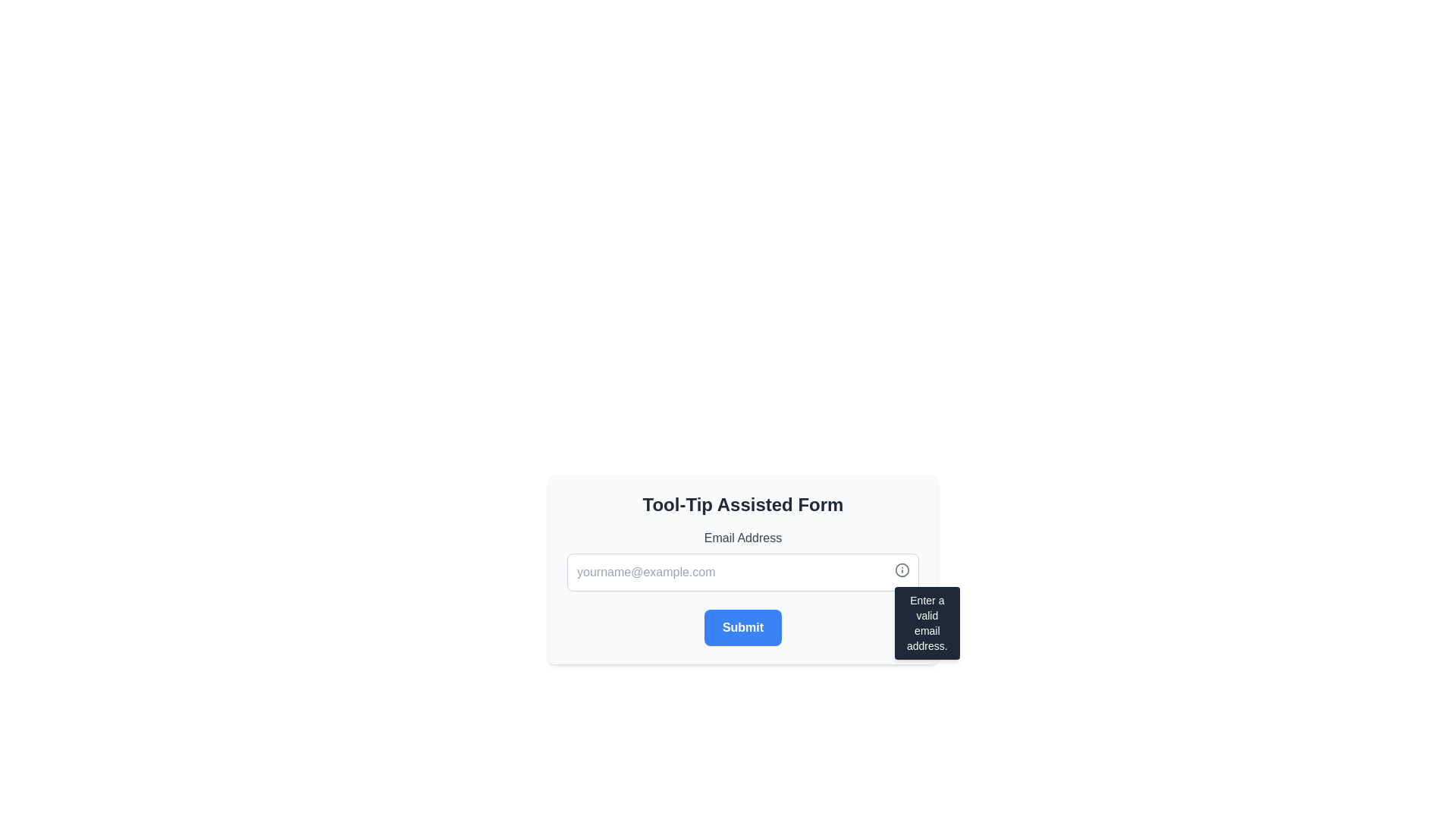 The image size is (1456, 819). I want to click on the tooltip indicating 'Enter a valid email address' which has a dark gray background and white text, positioned below the 'Email Address' input field in the 'Tool-Tip Assisted Form.', so click(926, 623).